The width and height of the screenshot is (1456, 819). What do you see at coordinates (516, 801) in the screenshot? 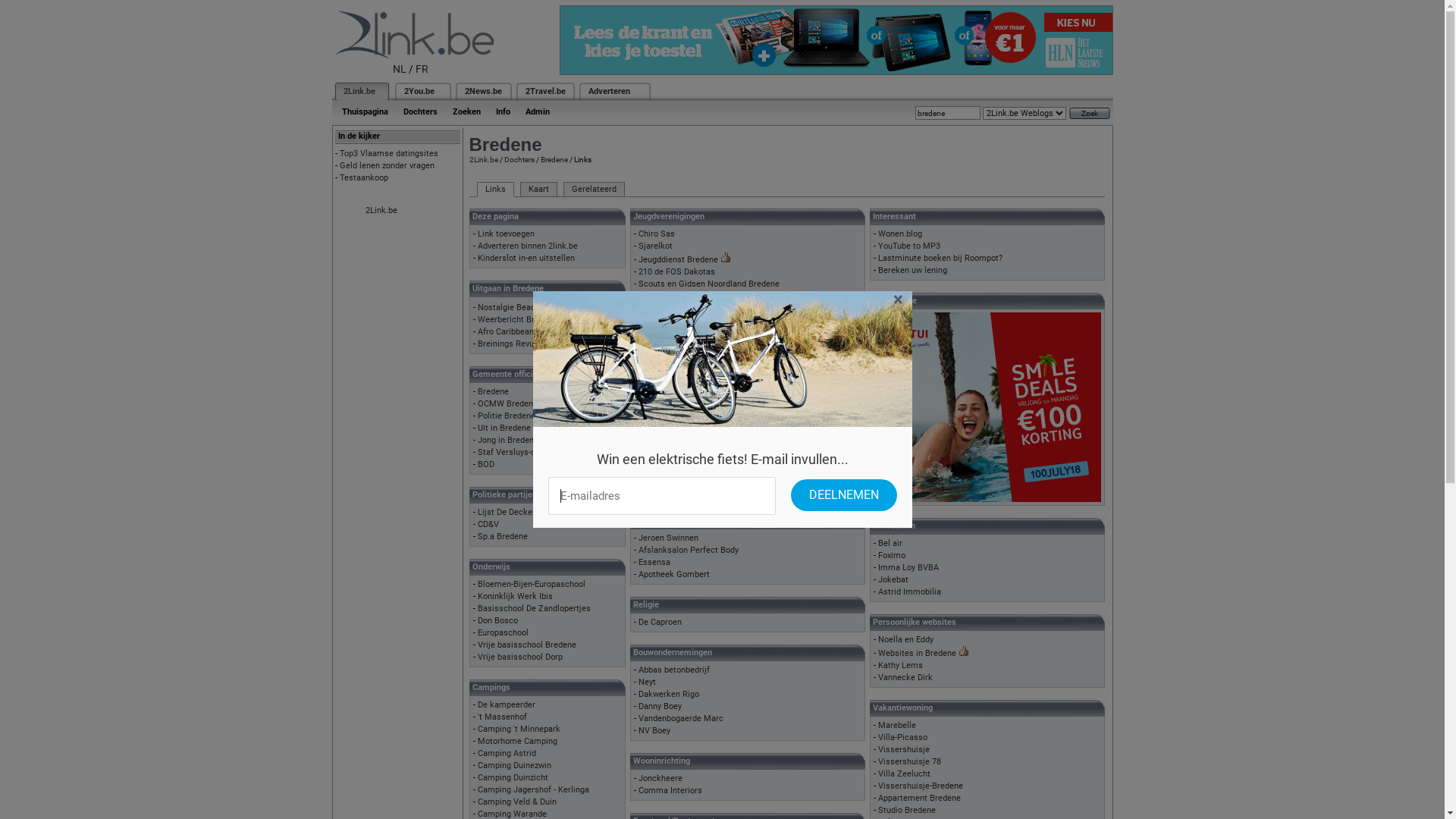
I see `'Camping Veld & Duin'` at bounding box center [516, 801].